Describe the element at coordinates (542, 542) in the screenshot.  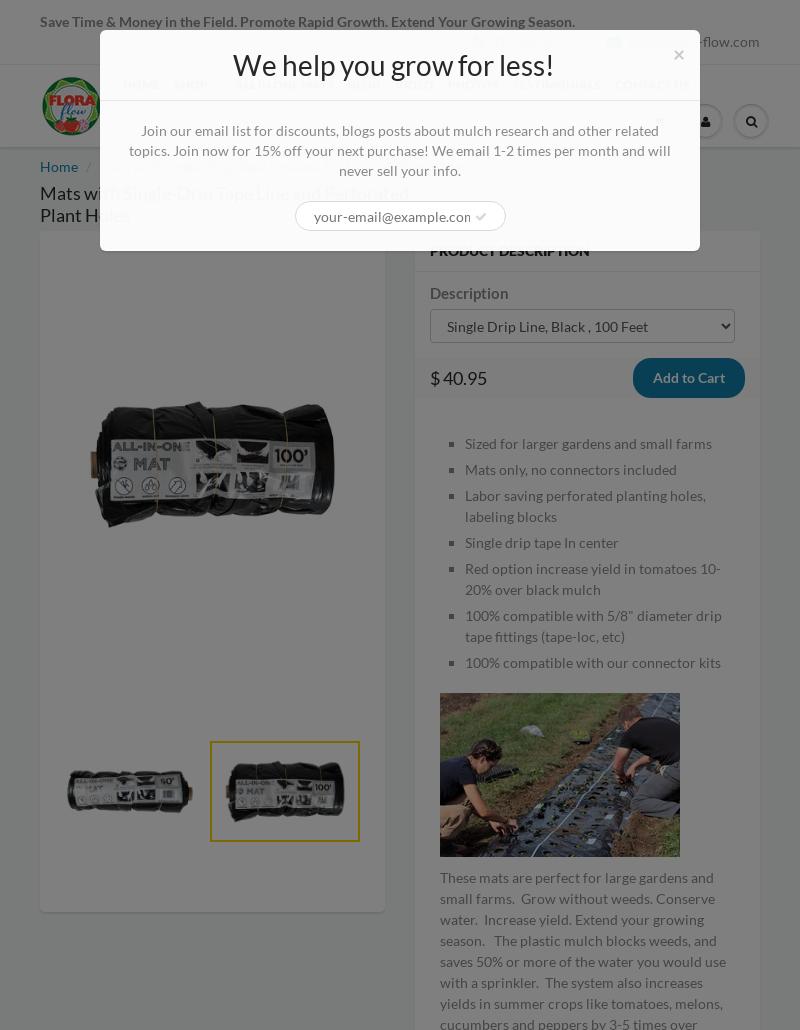
I see `'Single drip tape In center'` at that location.